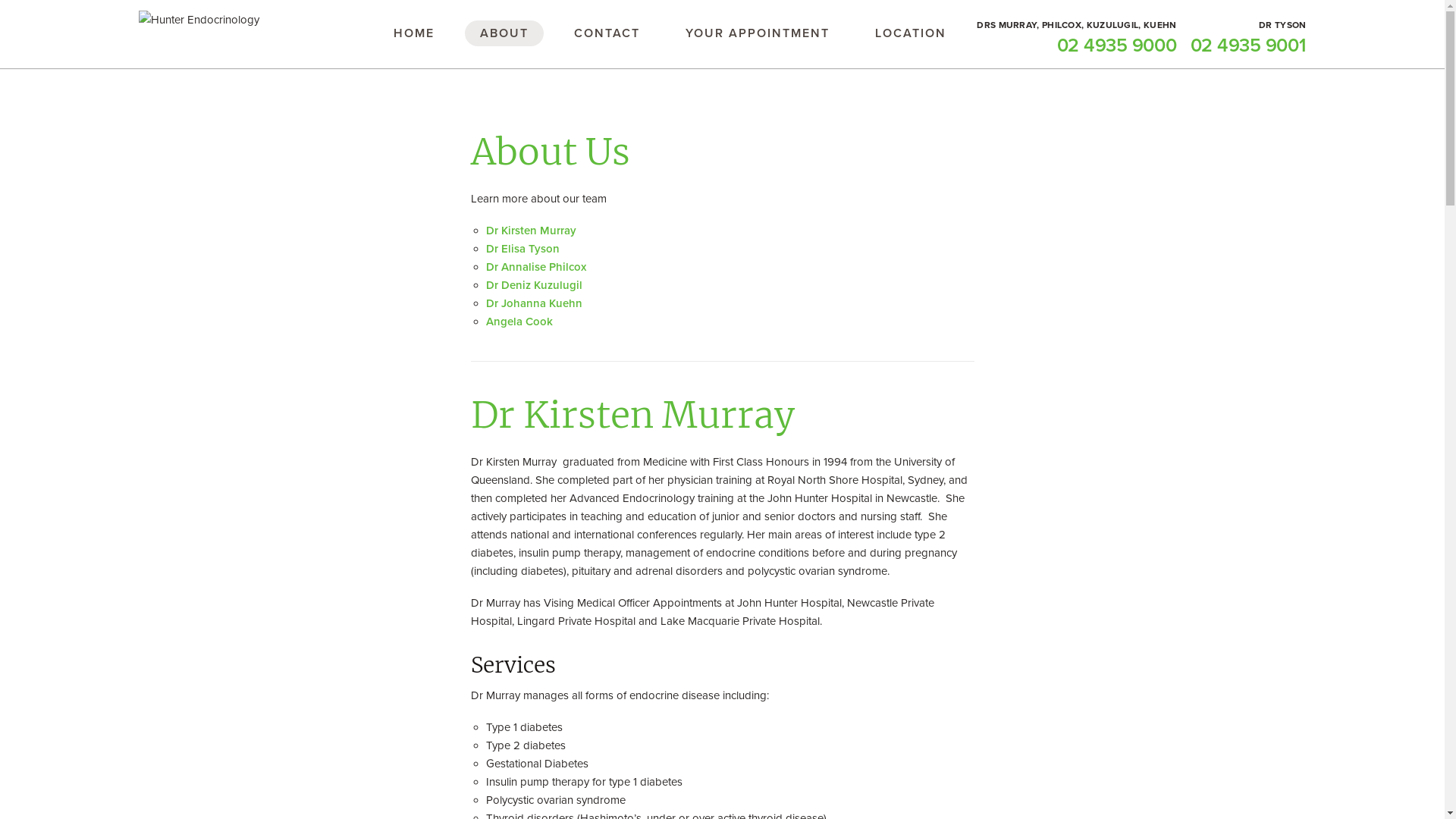  I want to click on 'CONTACT', so click(605, 33).